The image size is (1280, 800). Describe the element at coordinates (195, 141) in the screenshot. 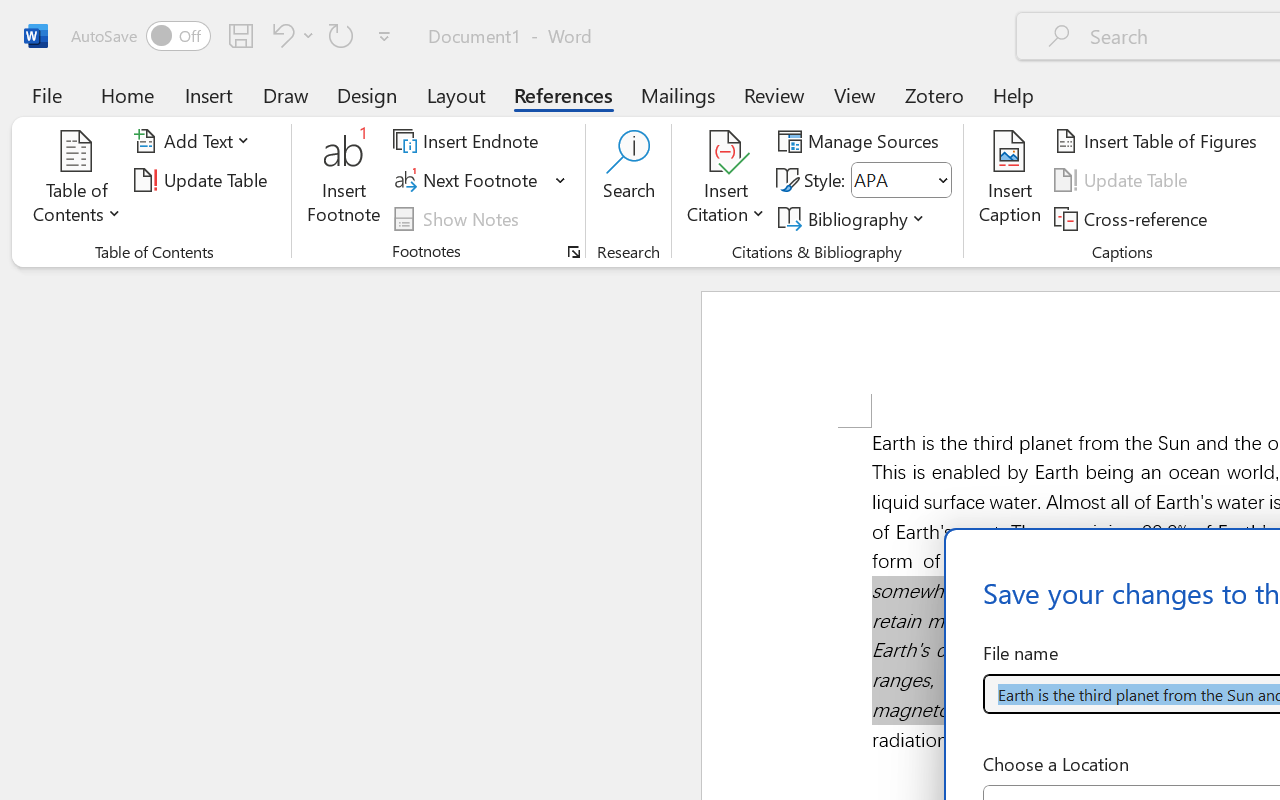

I see `'Add Text'` at that location.